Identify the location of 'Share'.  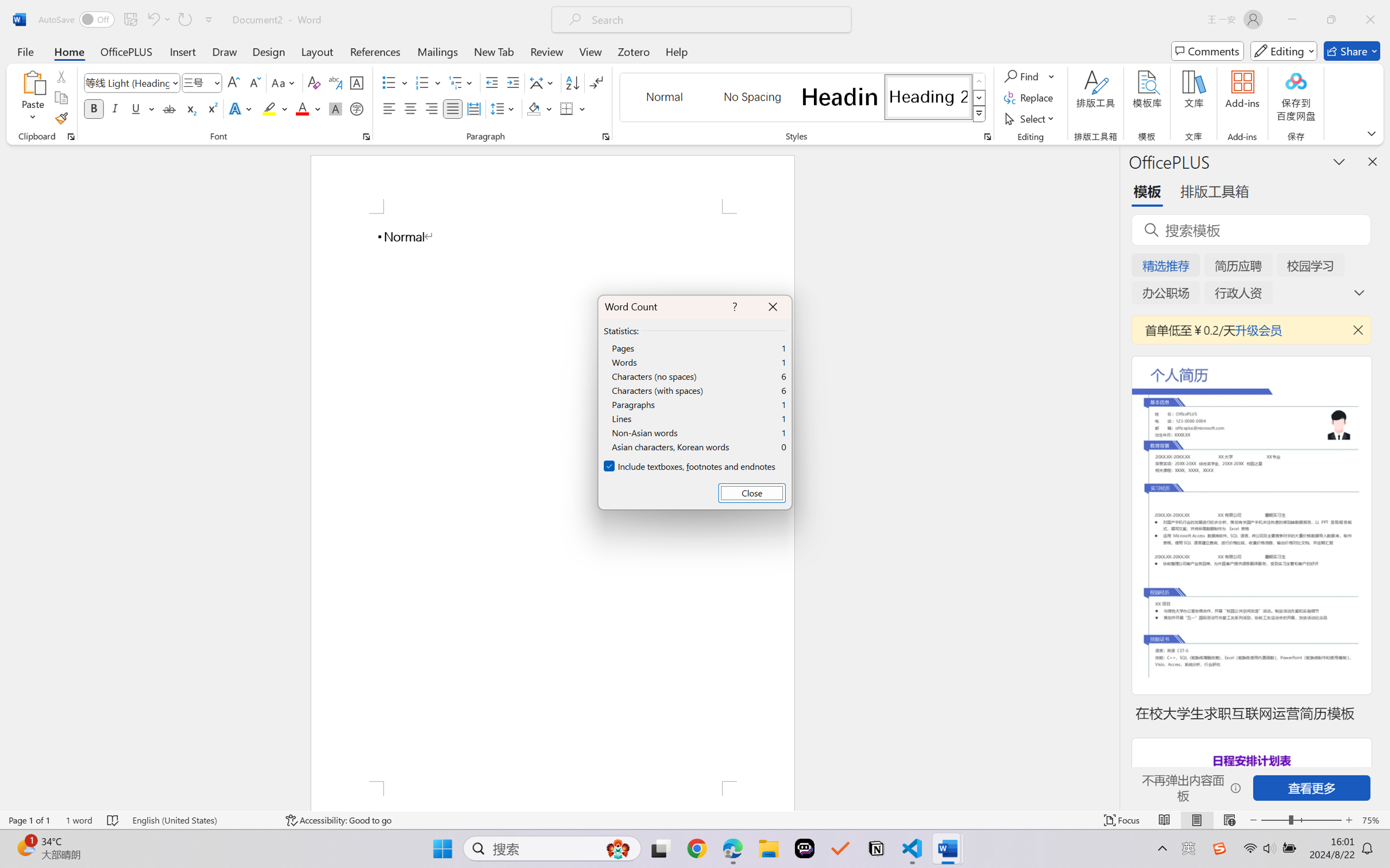
(1351, 51).